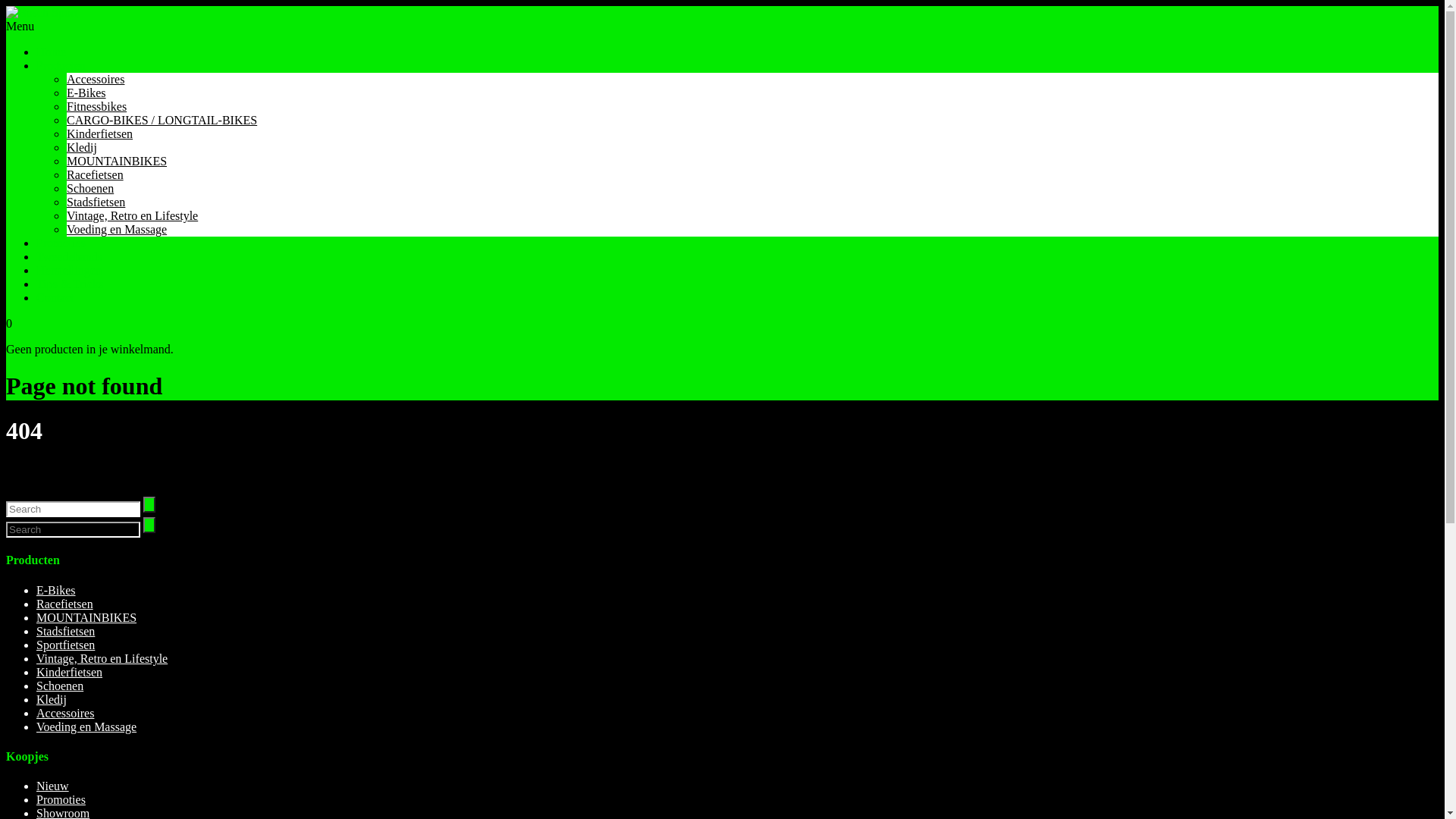 The width and height of the screenshot is (1456, 819). Describe the element at coordinates (64, 631) in the screenshot. I see `'Stadsfietsen'` at that location.